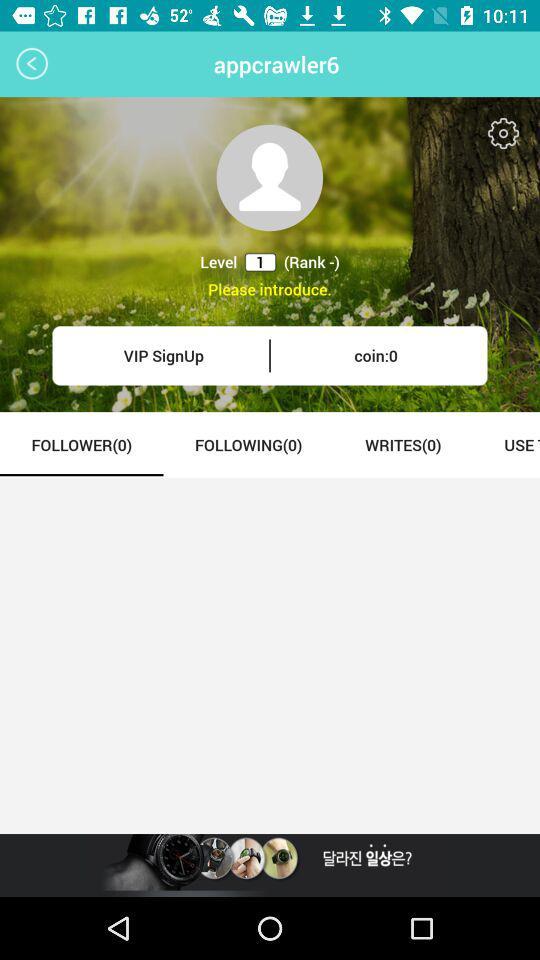 The width and height of the screenshot is (540, 960). I want to click on app below the vip signup, so click(80, 444).